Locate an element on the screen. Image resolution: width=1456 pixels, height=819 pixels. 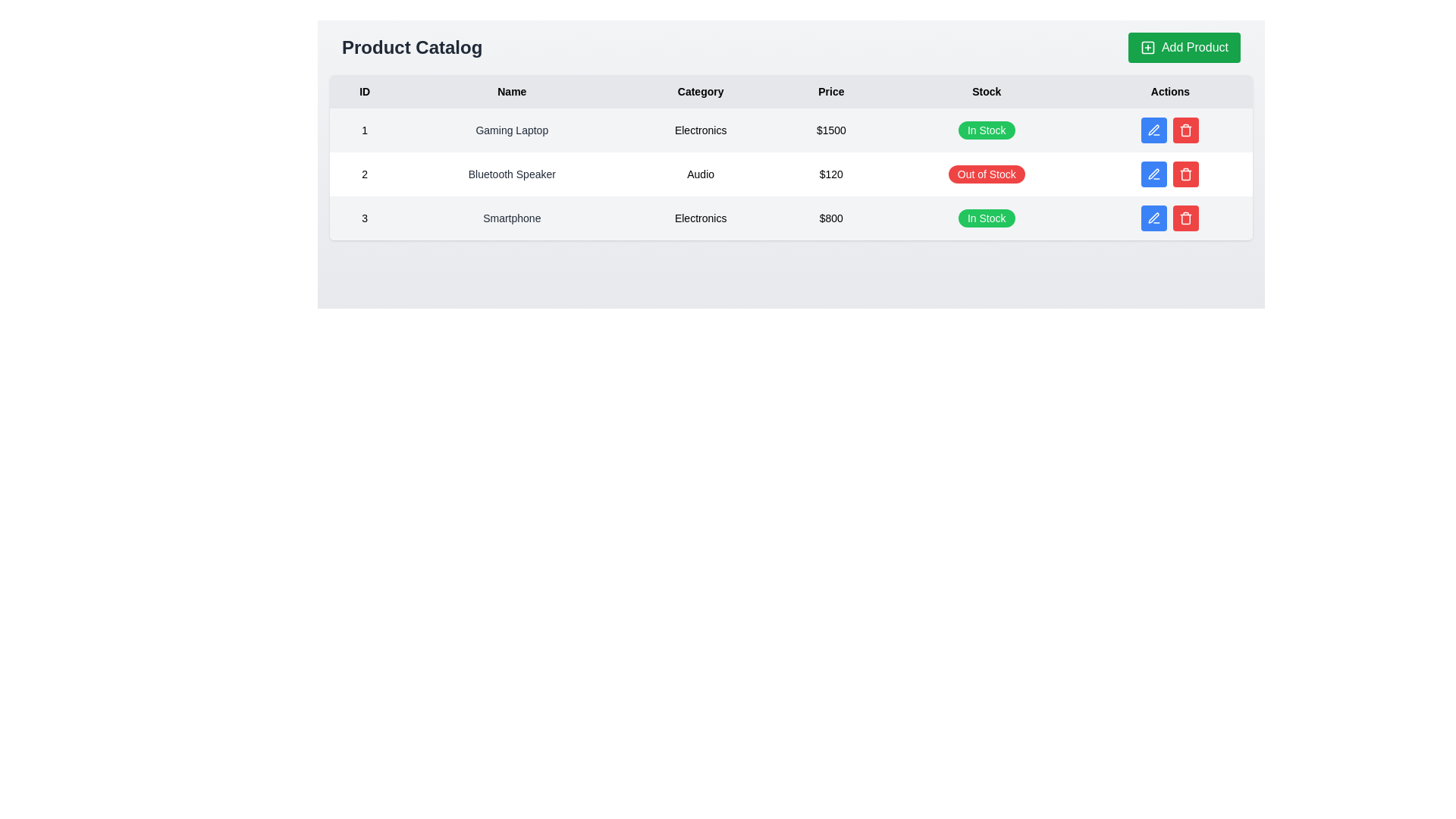
the trash bin icon with a red background located in the 'Actions' column of the second row in the 'Product Catalog' to initiate the delete action is located at coordinates (1185, 130).